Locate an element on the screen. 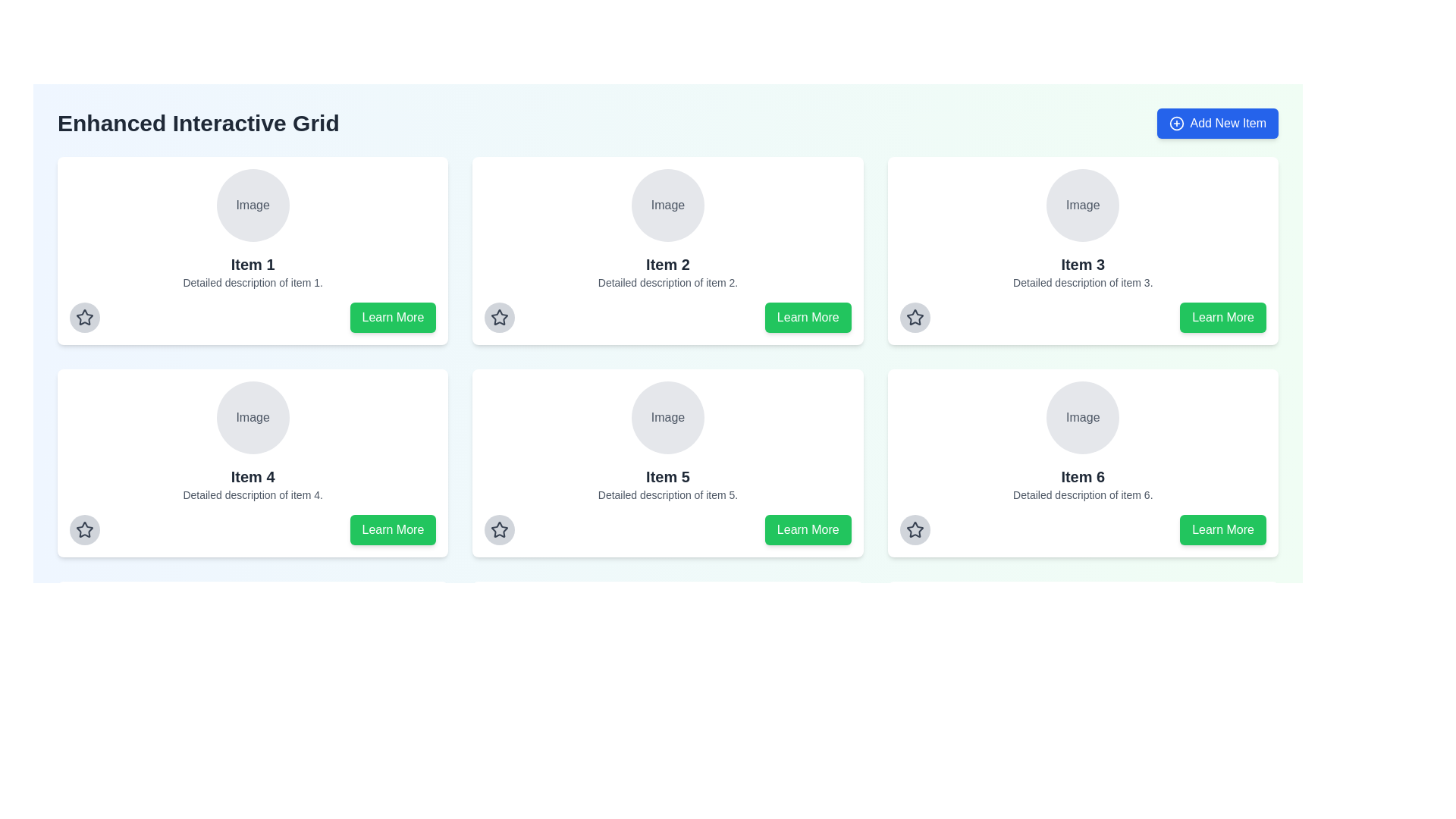  the icon button located at the bottom-left corner of the card labeled 'Item 3' in the second row and third column of the grid is located at coordinates (914, 317).